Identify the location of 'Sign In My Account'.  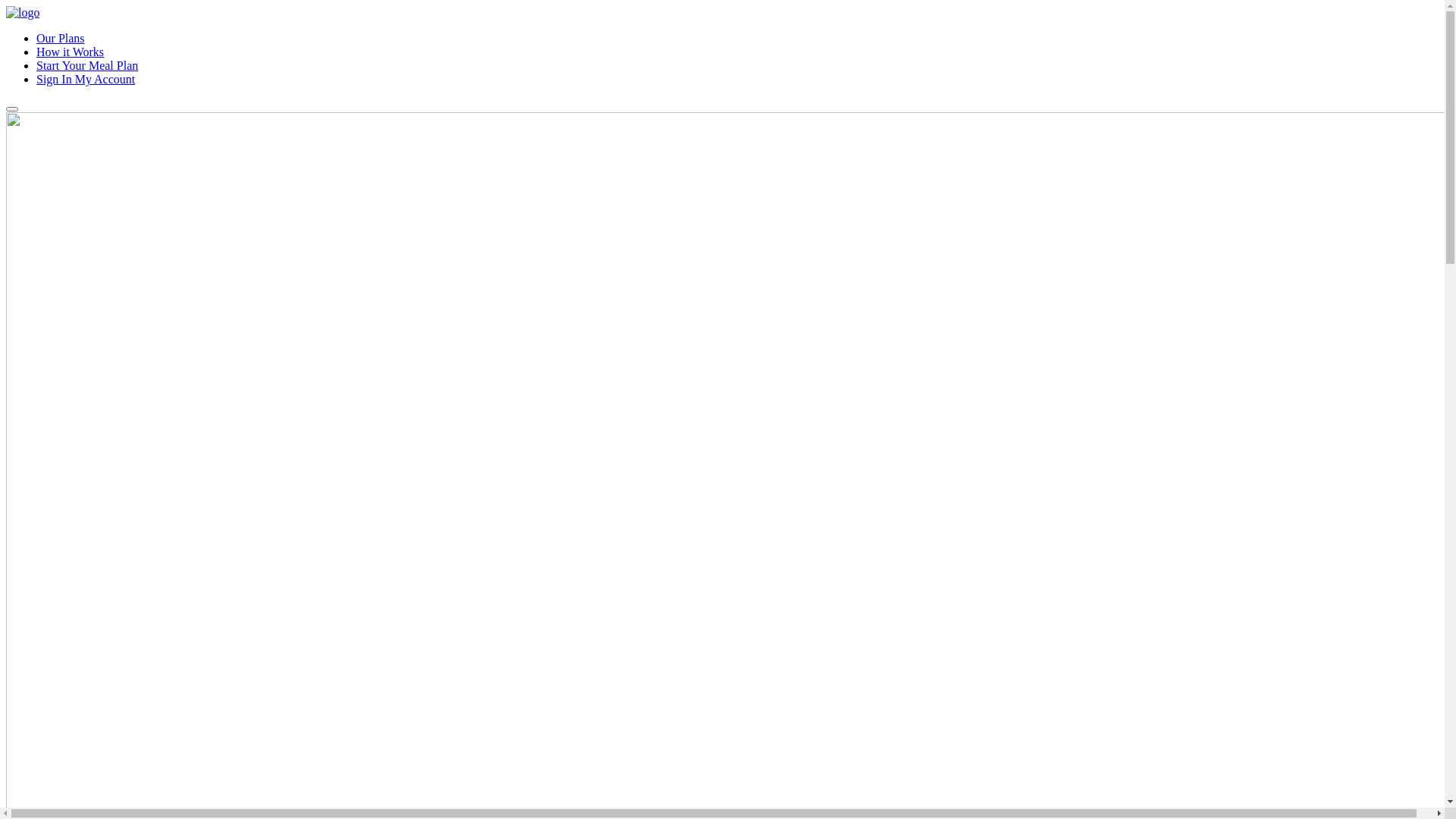
(85, 79).